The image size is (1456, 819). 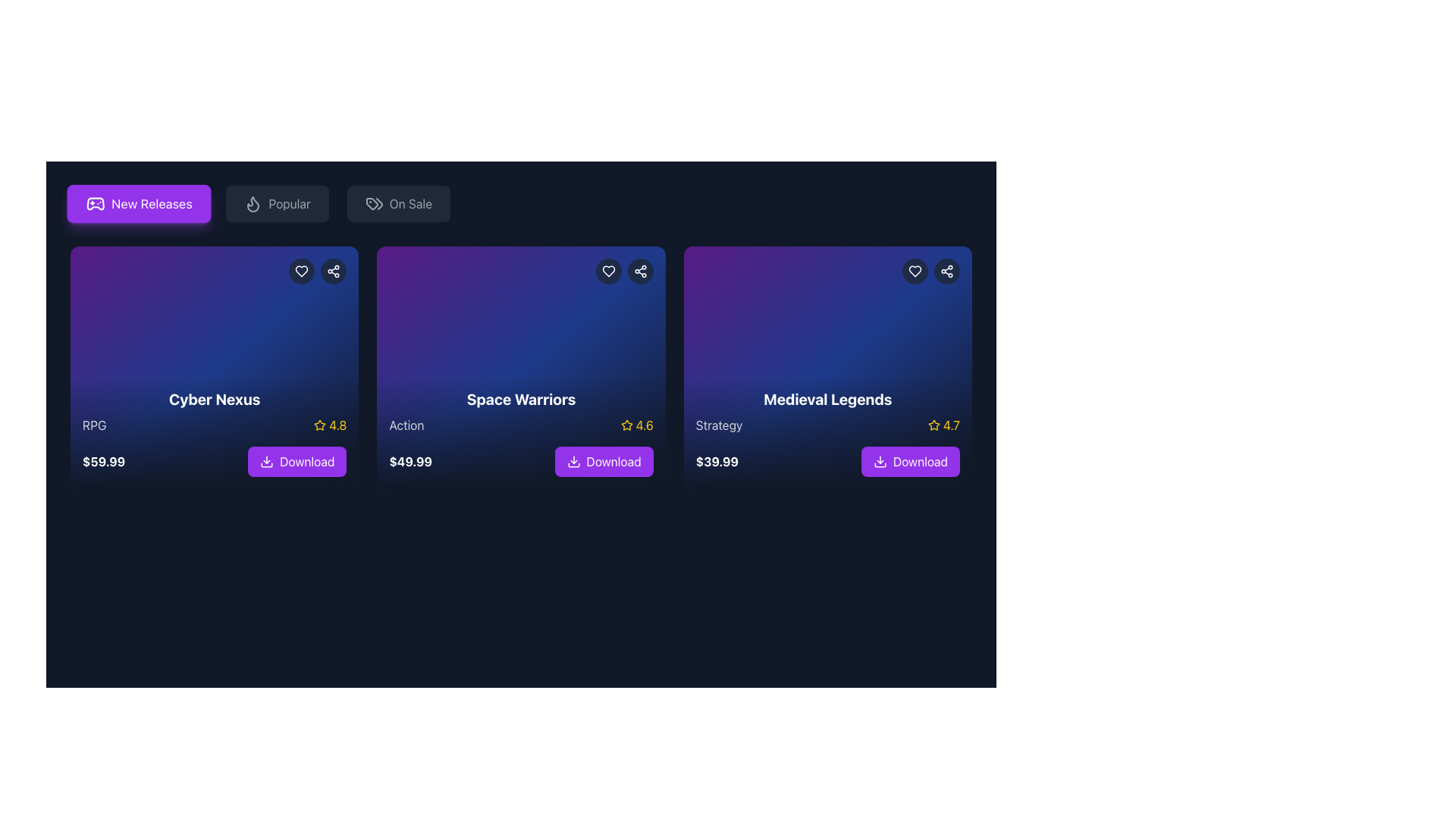 What do you see at coordinates (920, 461) in the screenshot?
I see `the 'Download' label within the purple button that is part of the 'Medieval Legends' card, located at the bottom-right corner and styled with rounded corners` at bounding box center [920, 461].